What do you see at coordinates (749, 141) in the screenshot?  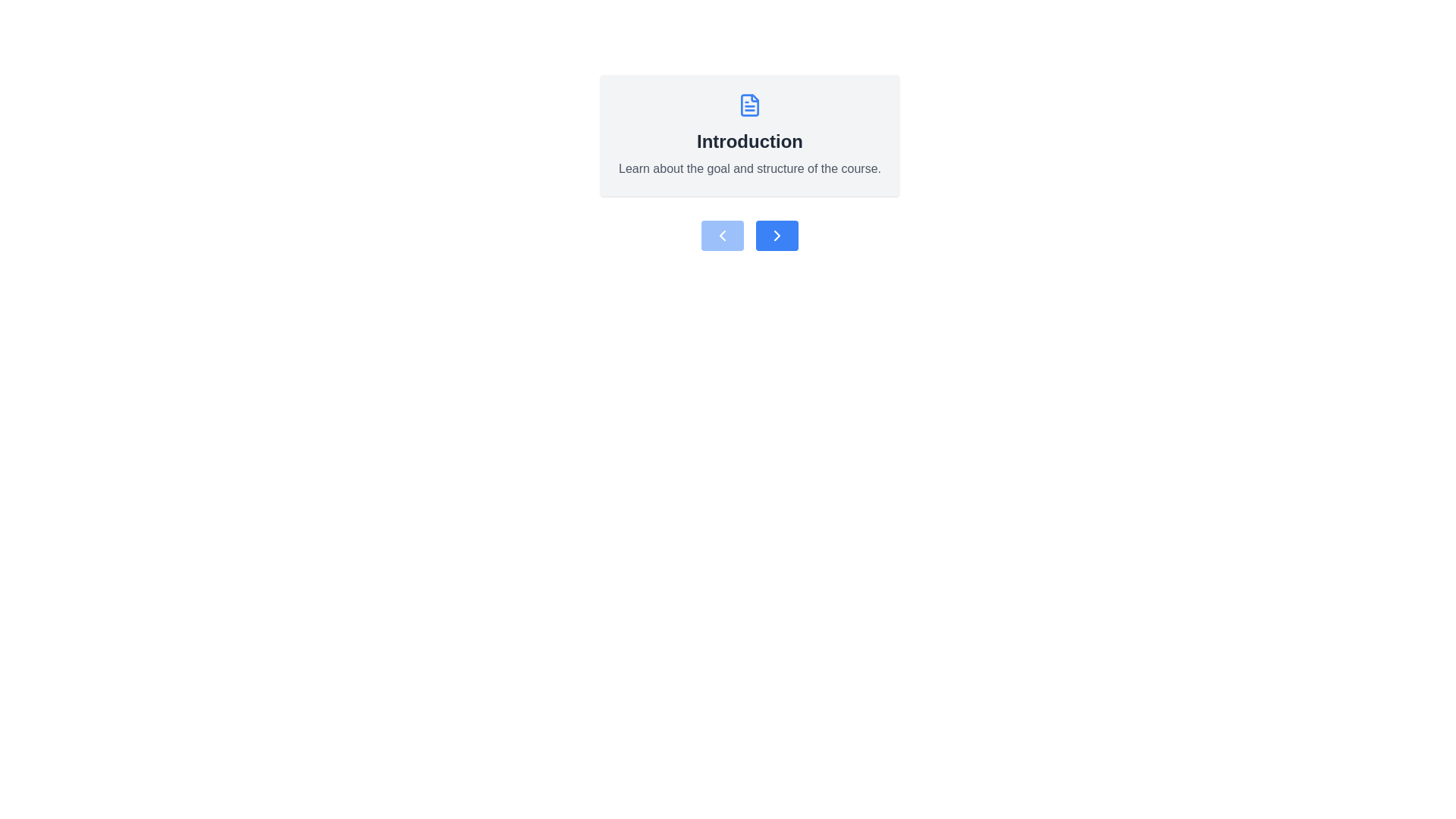 I see `the text label reading 'Introduction', which is displayed in bold and large font, centered within a light gray panel, located below a document icon and above a smaller descriptive text element` at bounding box center [749, 141].